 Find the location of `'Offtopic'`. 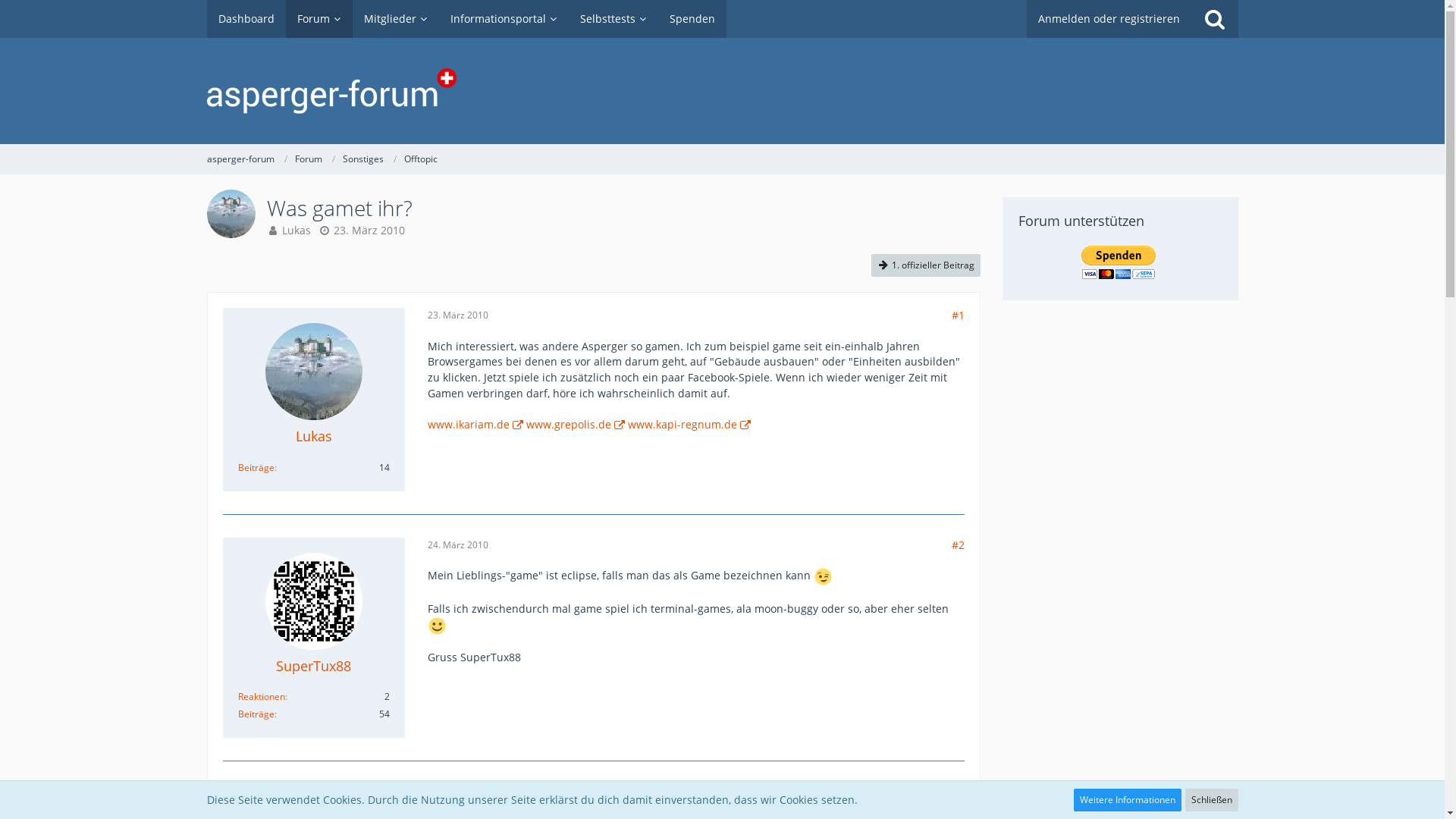

'Offtopic' is located at coordinates (419, 158).